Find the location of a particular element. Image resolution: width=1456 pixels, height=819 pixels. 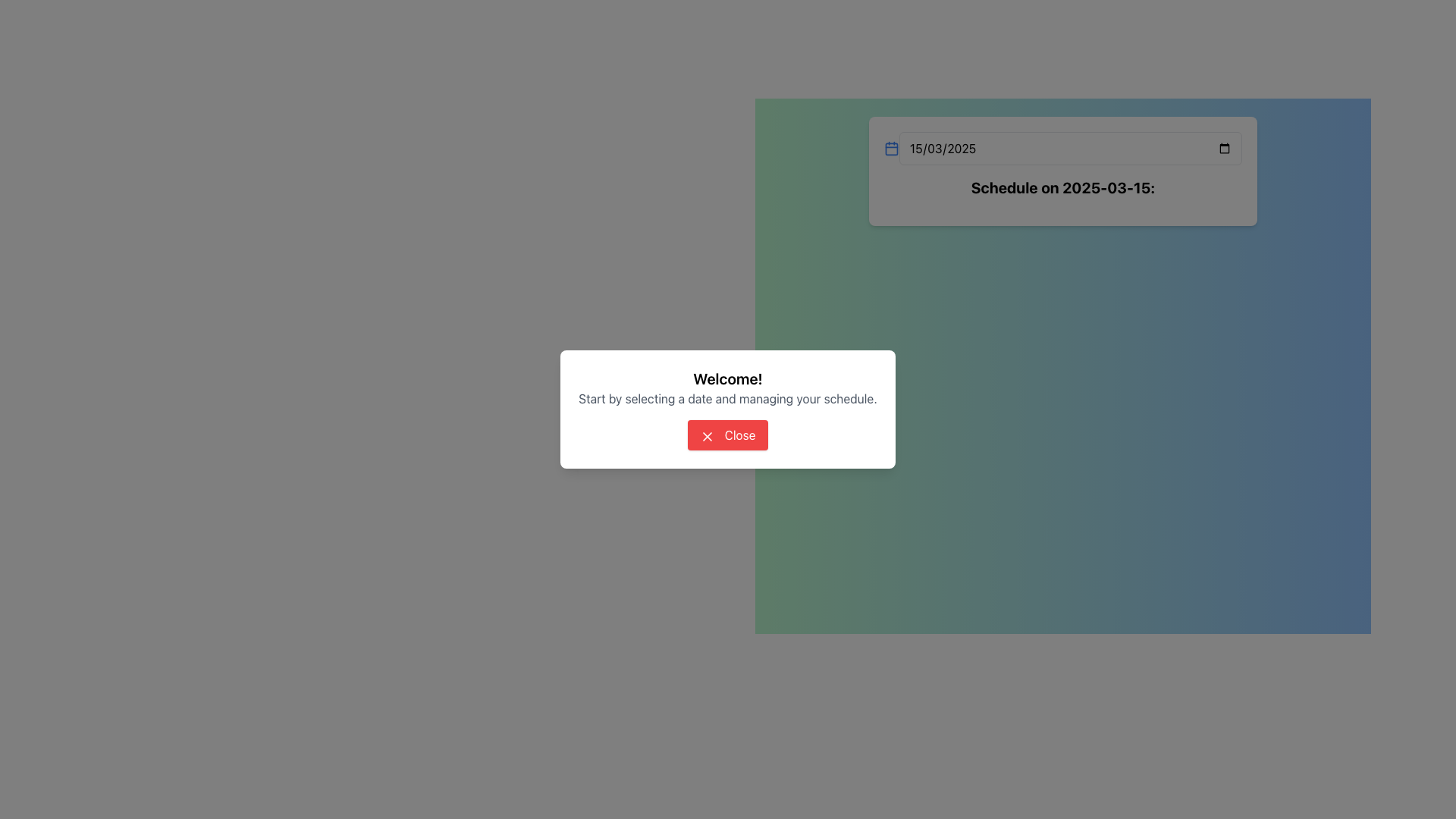

the 'Close' button with a red background and an 'X' icon is located at coordinates (728, 435).